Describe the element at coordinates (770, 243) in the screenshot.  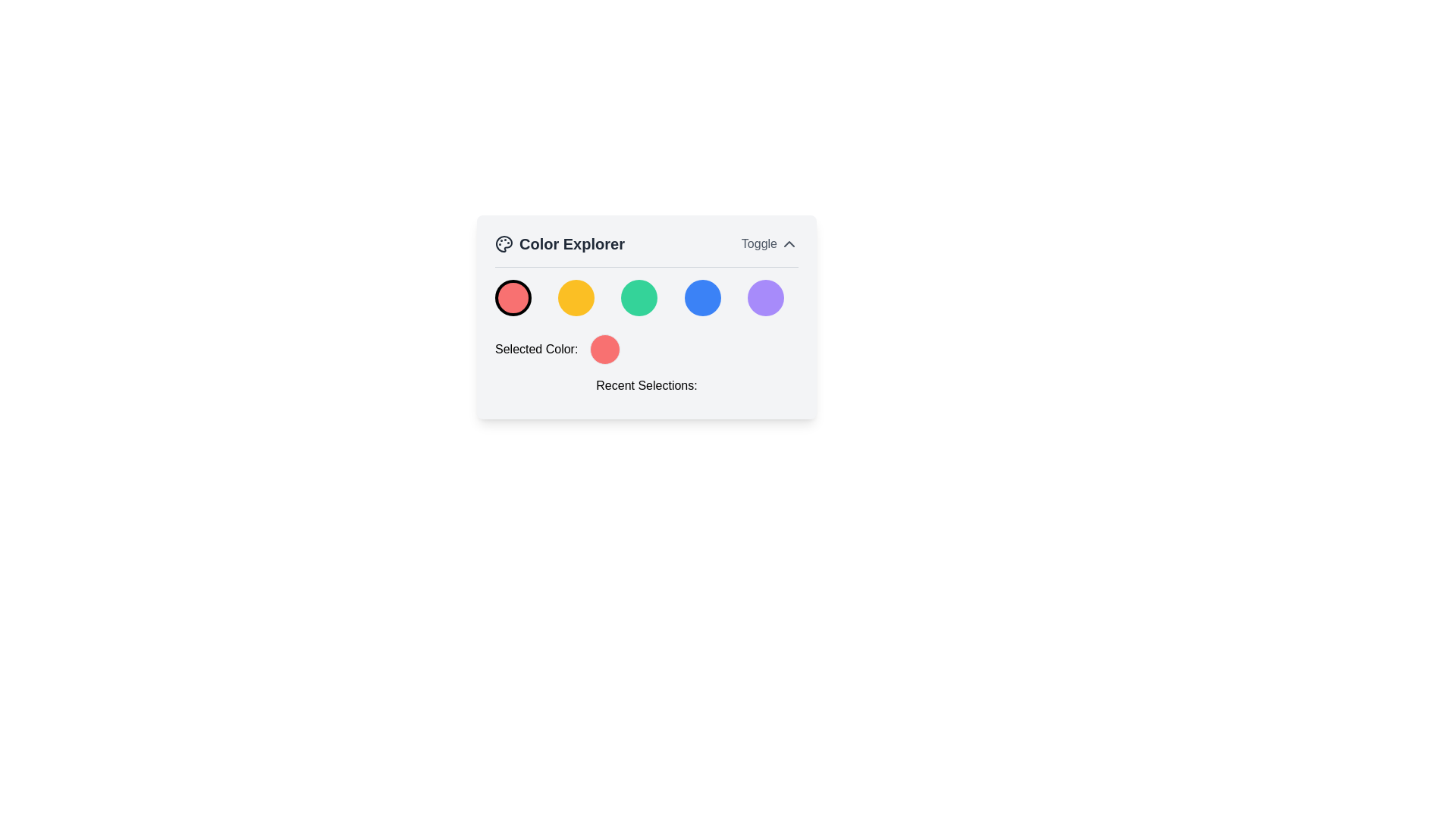
I see `the 'Toggle' button in the top-right corner of the 'Color Explorer' section to change the text color` at that location.